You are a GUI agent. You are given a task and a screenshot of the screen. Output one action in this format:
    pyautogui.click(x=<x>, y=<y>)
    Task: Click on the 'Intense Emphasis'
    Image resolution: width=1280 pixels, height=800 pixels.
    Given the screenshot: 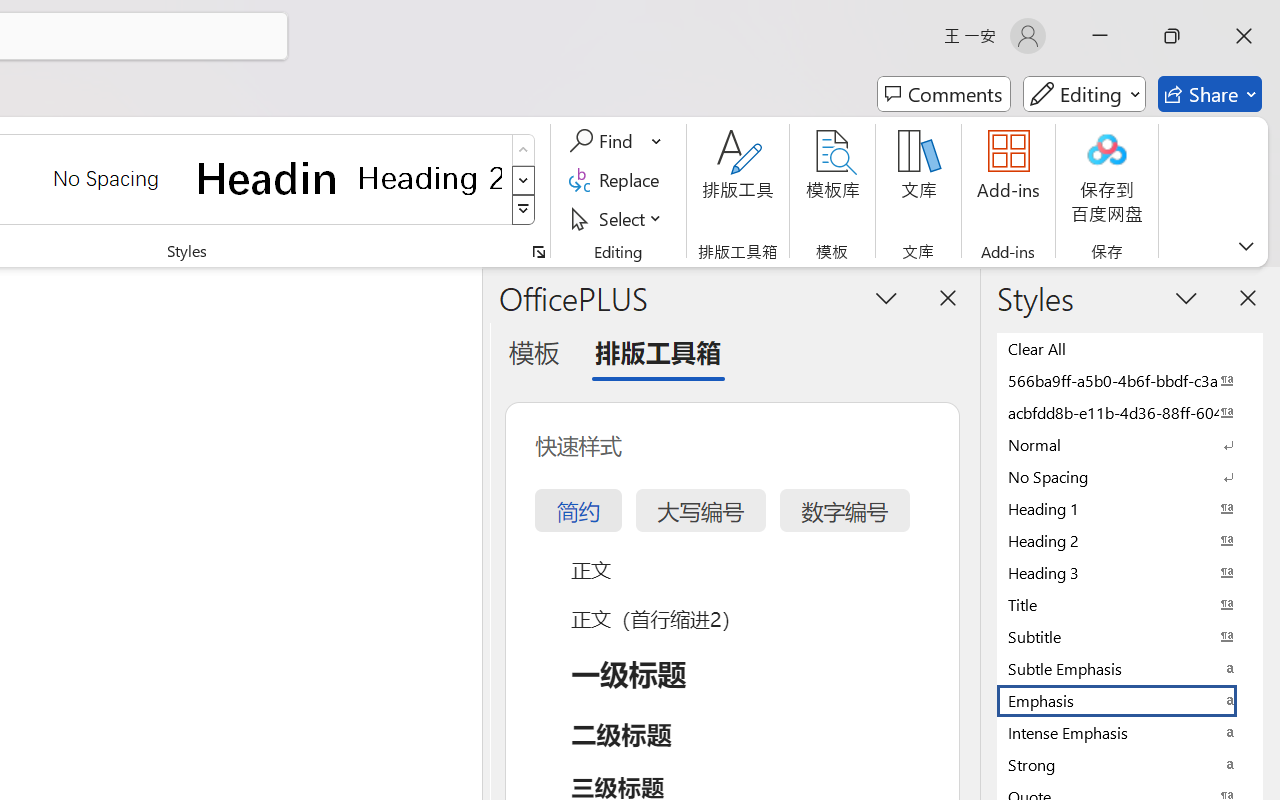 What is the action you would take?
    pyautogui.click(x=1130, y=731)
    